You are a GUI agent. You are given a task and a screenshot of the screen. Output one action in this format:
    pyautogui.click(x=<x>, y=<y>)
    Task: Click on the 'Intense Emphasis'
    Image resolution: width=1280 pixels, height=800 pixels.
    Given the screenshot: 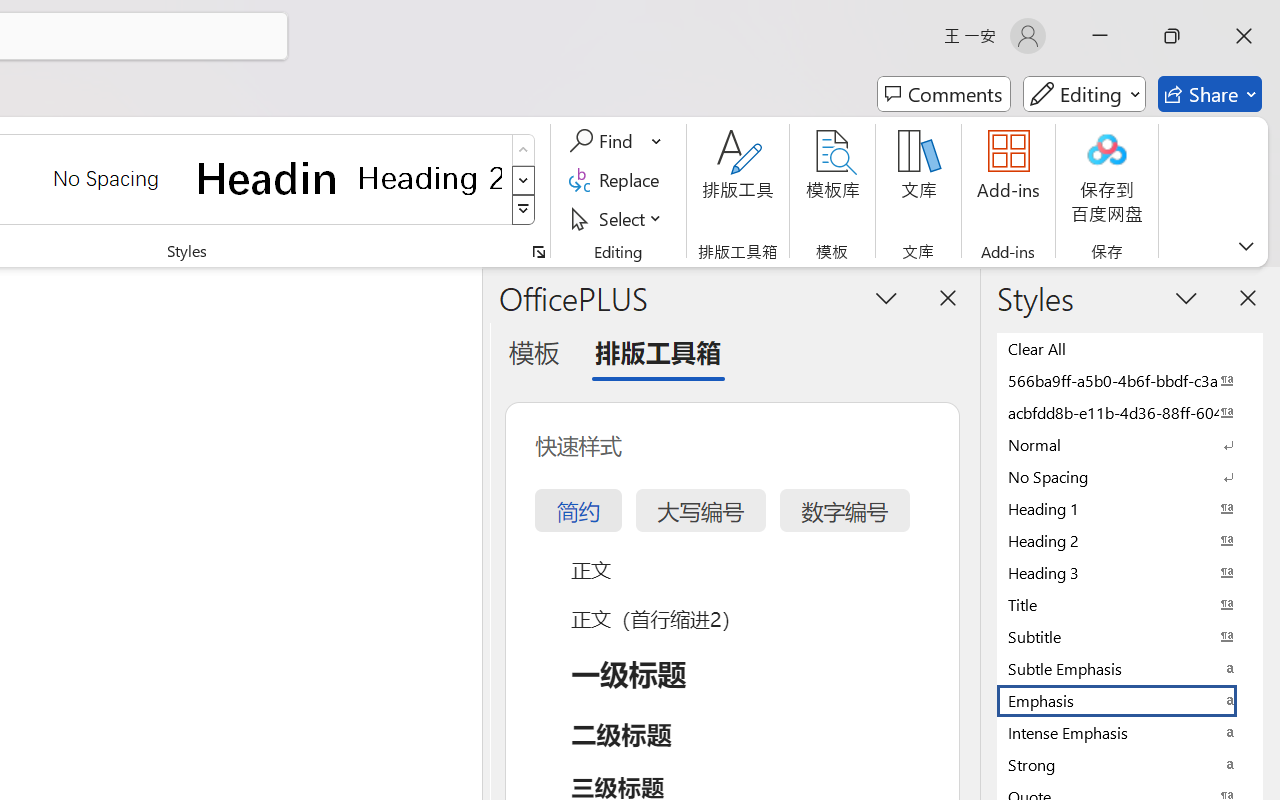 What is the action you would take?
    pyautogui.click(x=1130, y=731)
    